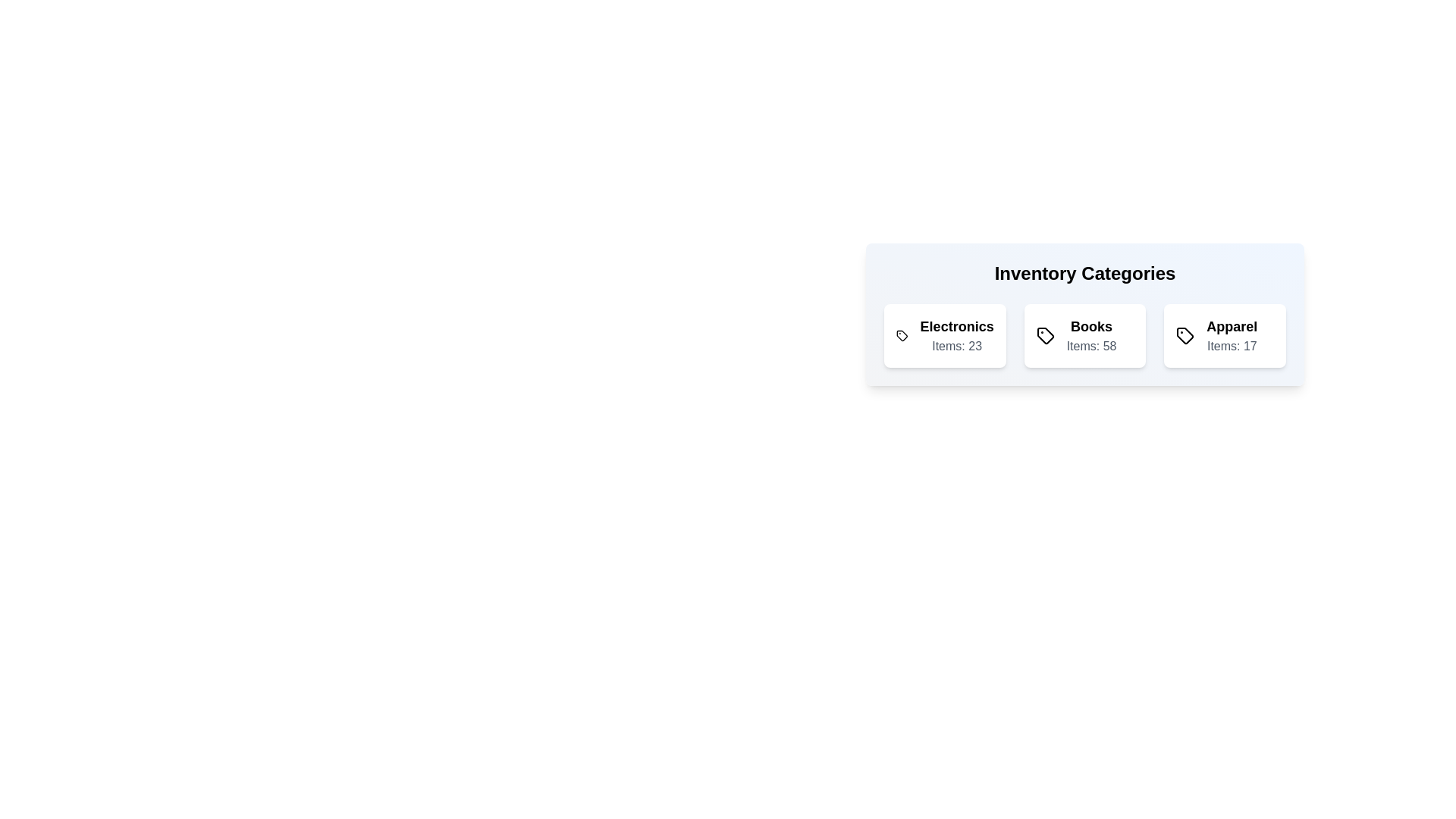  Describe the element at coordinates (1225, 335) in the screenshot. I see `the category card corresponding to Apparel` at that location.